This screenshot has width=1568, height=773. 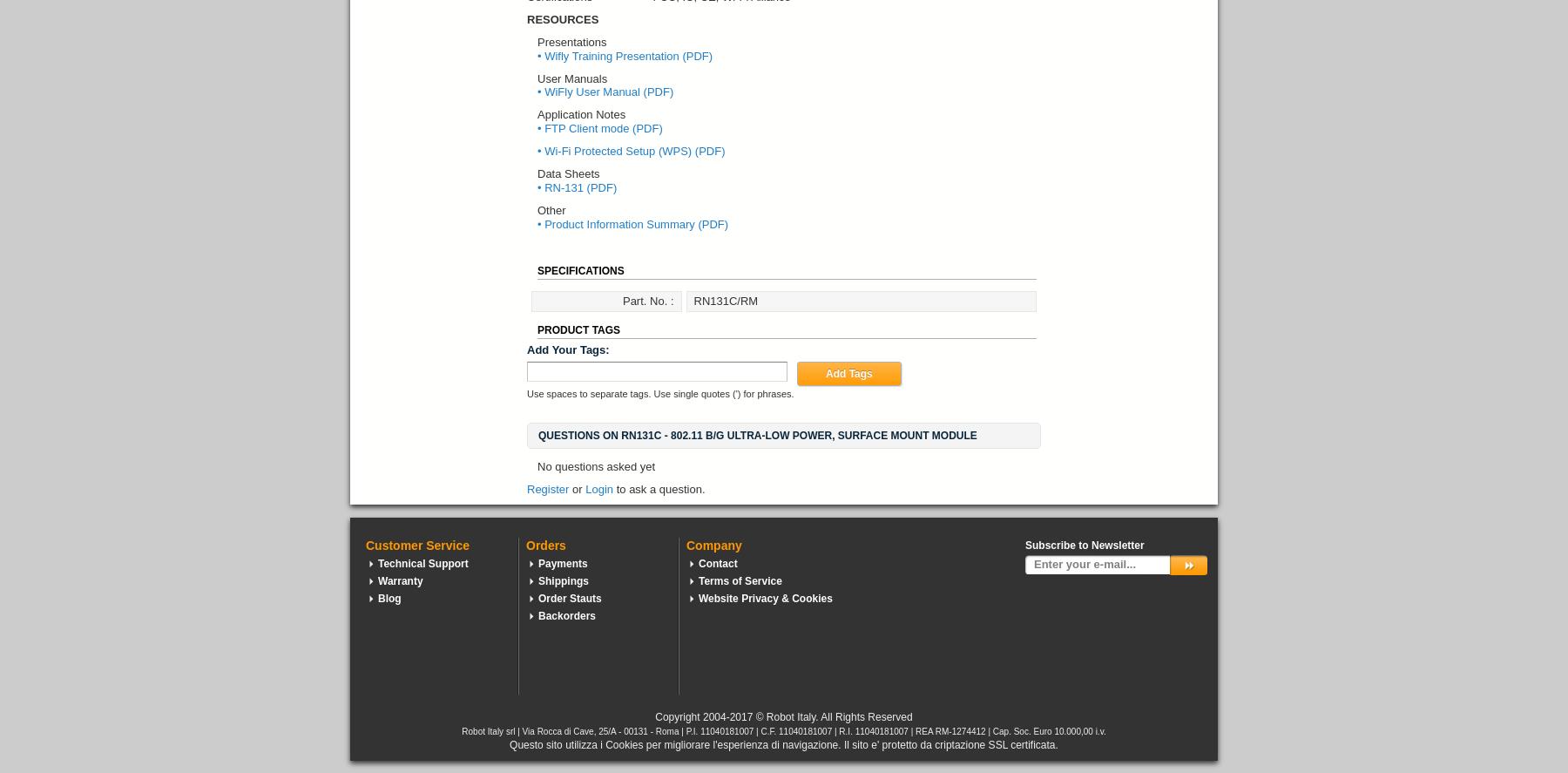 I want to click on 'Shippings', so click(x=563, y=580).